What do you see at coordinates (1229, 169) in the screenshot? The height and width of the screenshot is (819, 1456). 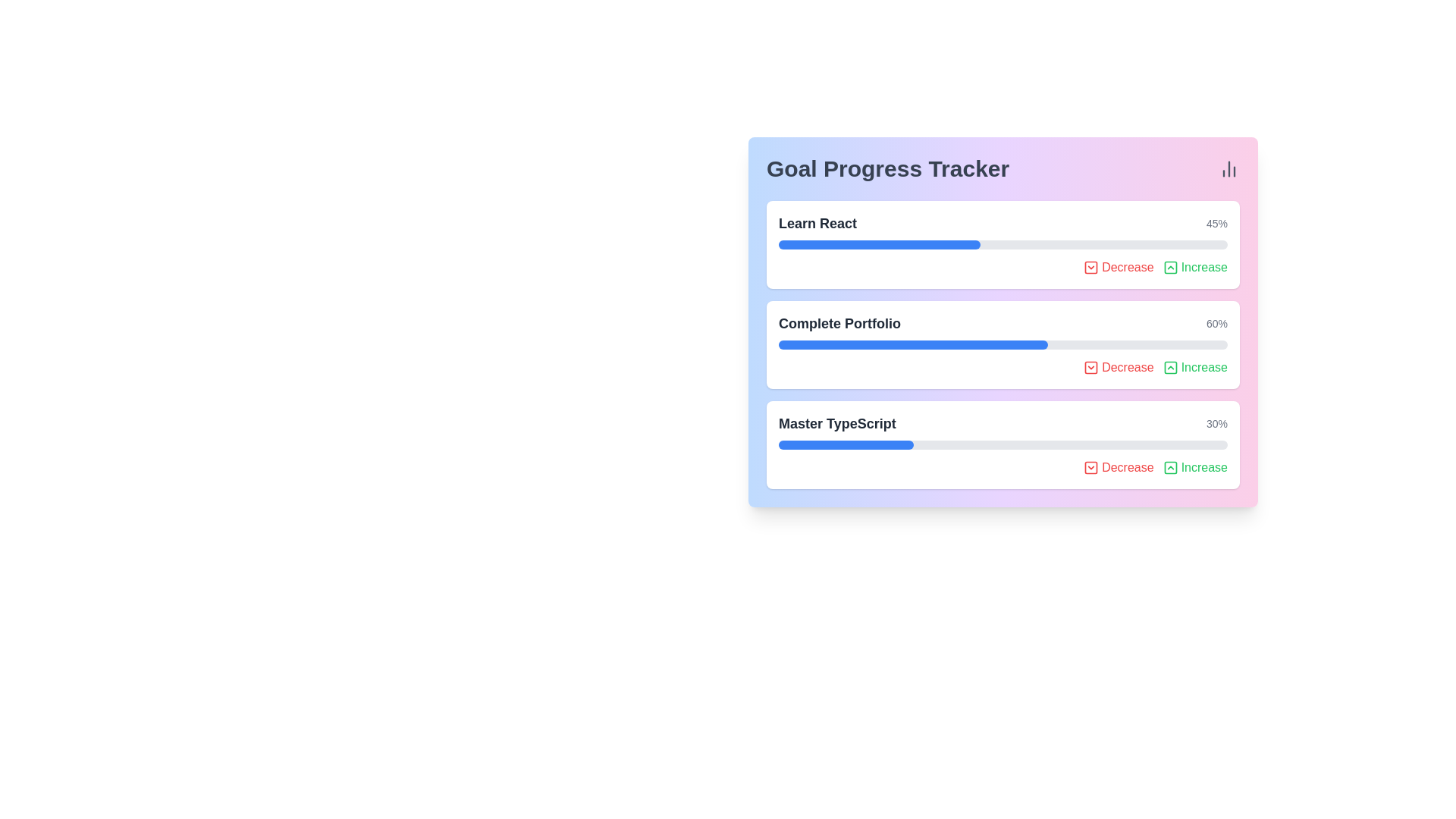 I see `the bar chart icon located at the top-right corner of the 'Goal Progress Tracker' header` at bounding box center [1229, 169].